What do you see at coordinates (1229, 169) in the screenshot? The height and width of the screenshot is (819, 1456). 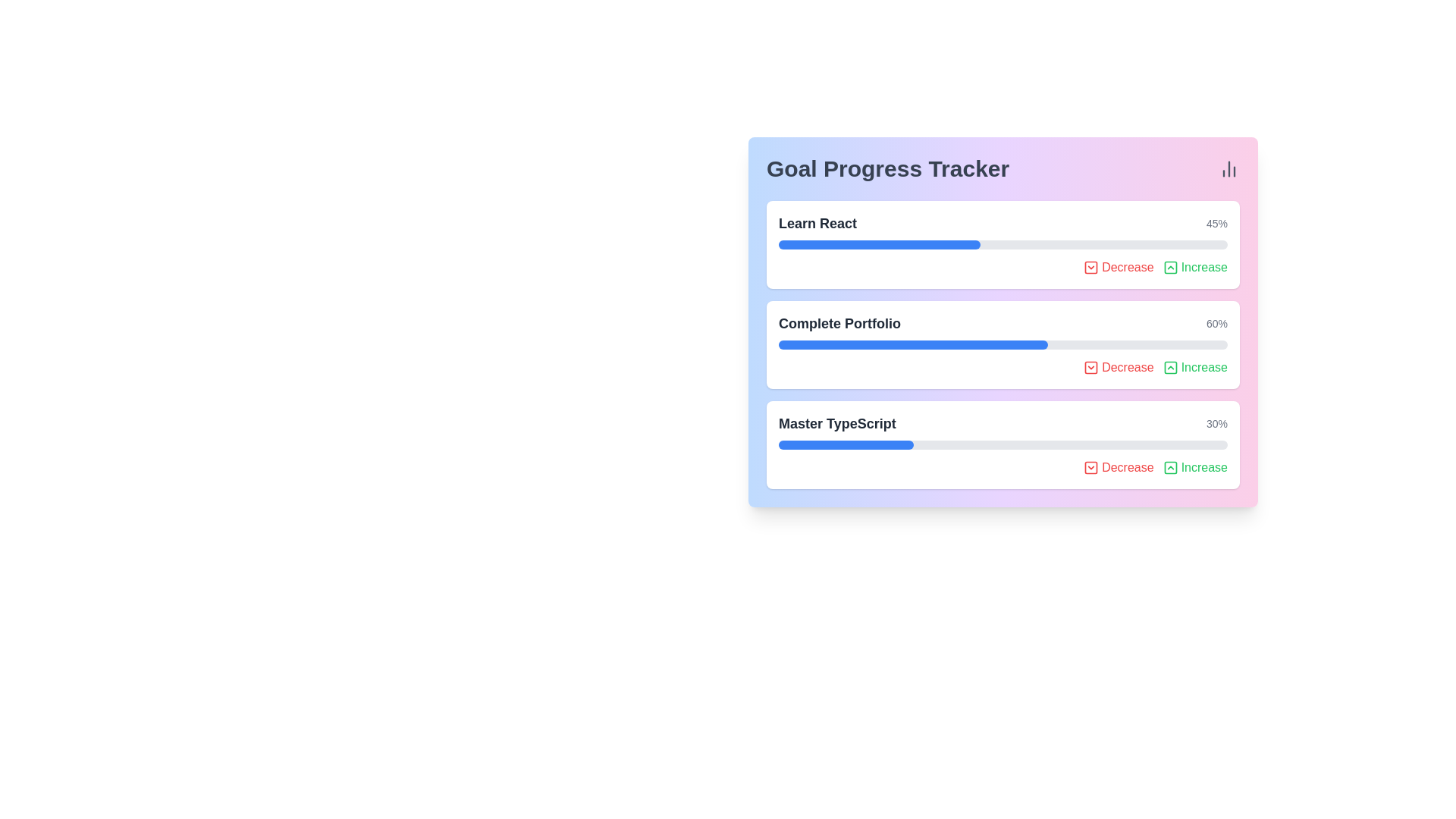 I see `the bar chart icon located at the top-right corner of the 'Goal Progress Tracker' header` at bounding box center [1229, 169].